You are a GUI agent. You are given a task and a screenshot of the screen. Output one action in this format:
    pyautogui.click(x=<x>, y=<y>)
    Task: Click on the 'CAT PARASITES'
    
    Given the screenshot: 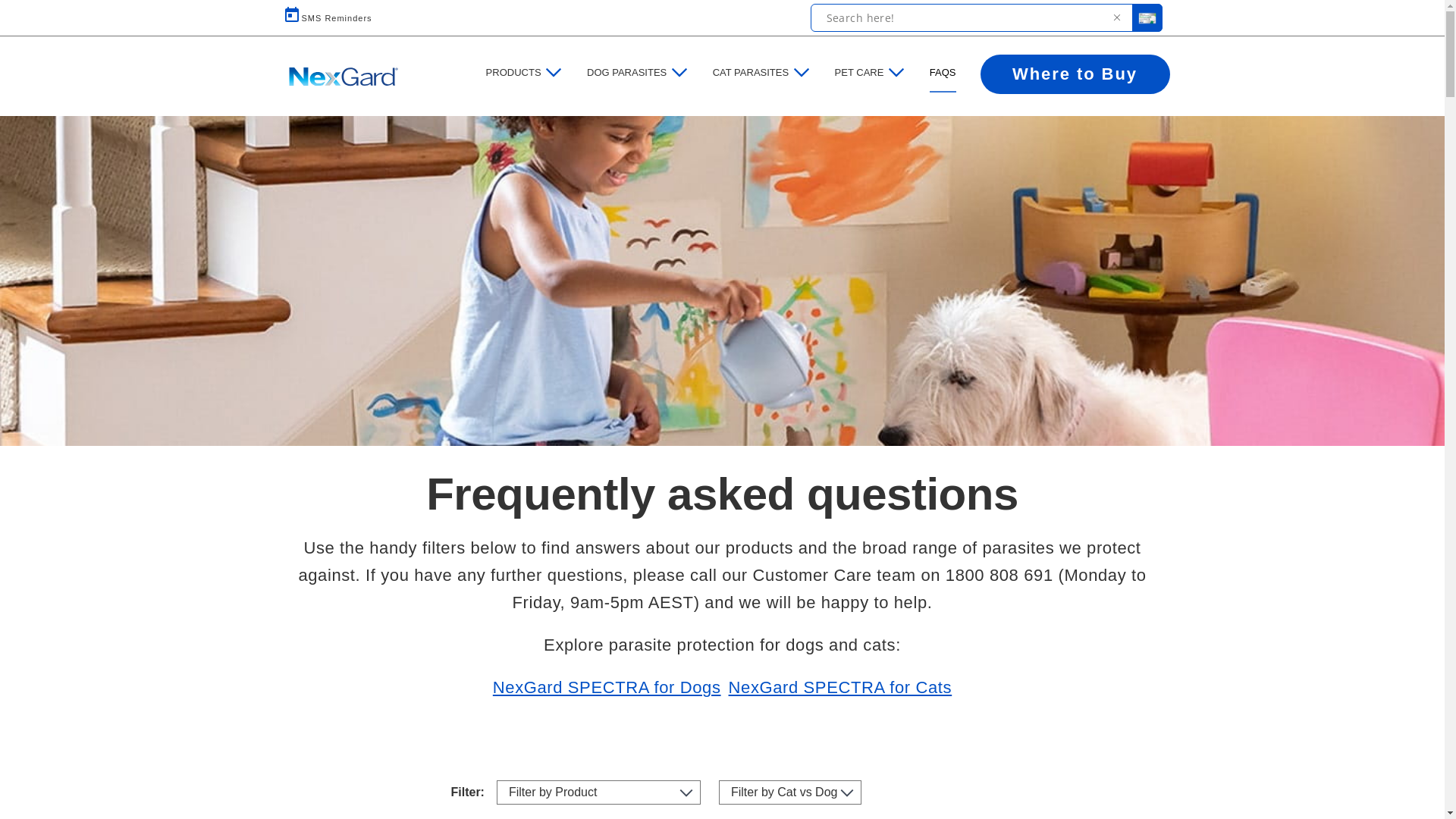 What is the action you would take?
    pyautogui.click(x=750, y=73)
    